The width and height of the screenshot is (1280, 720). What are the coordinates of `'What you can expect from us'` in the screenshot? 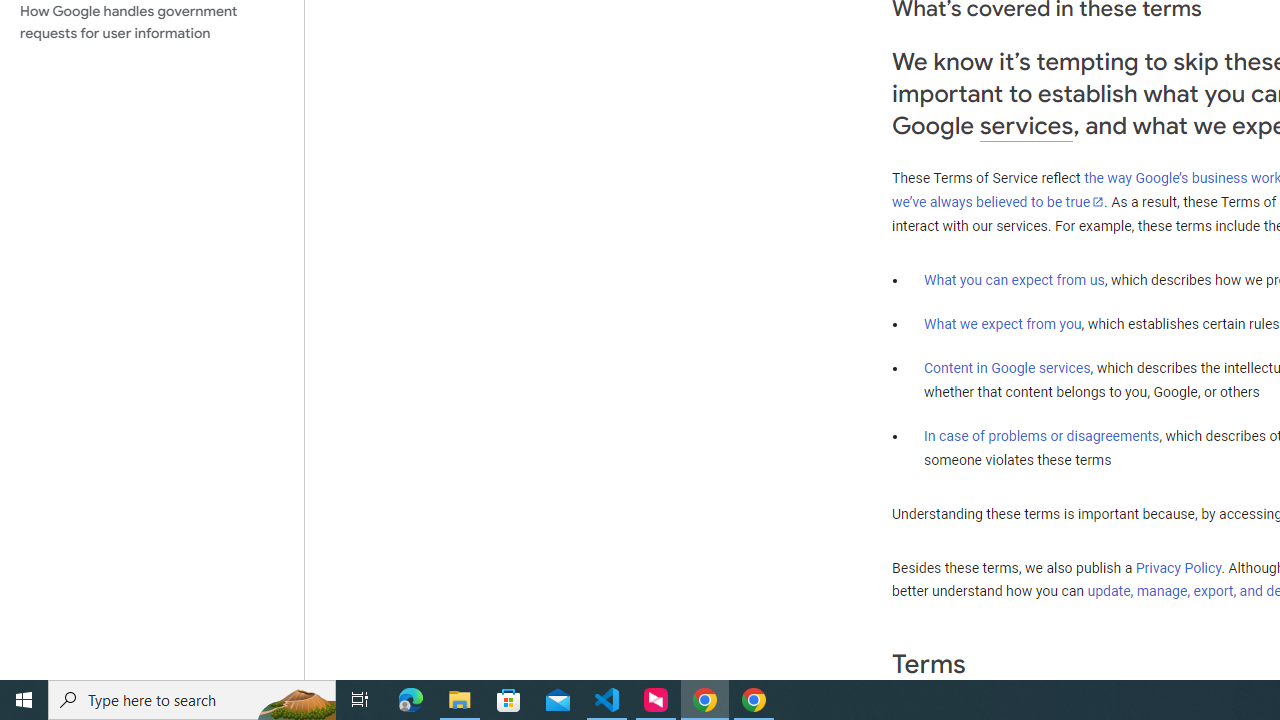 It's located at (1014, 279).